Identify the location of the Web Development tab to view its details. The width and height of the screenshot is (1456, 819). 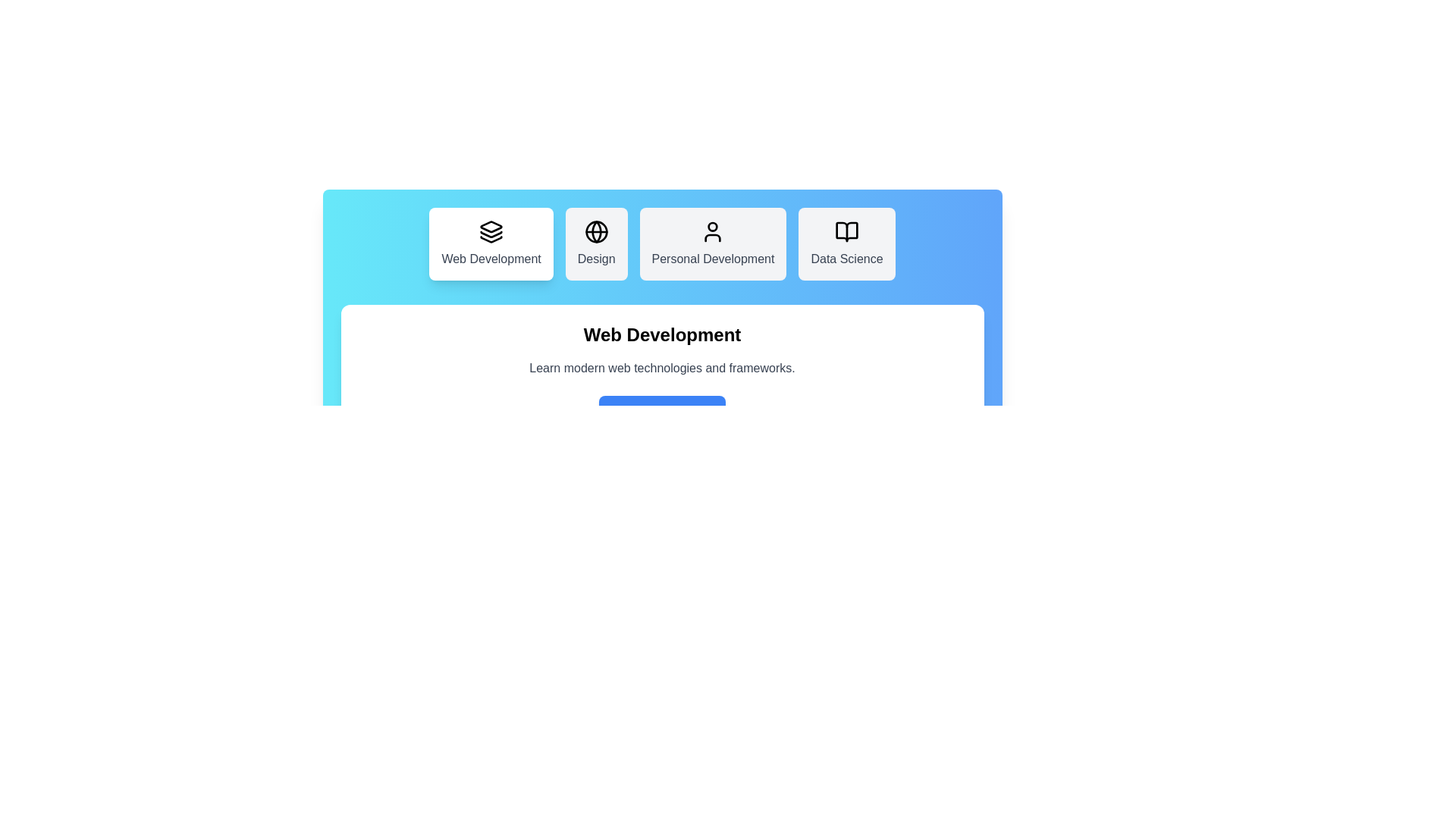
(491, 243).